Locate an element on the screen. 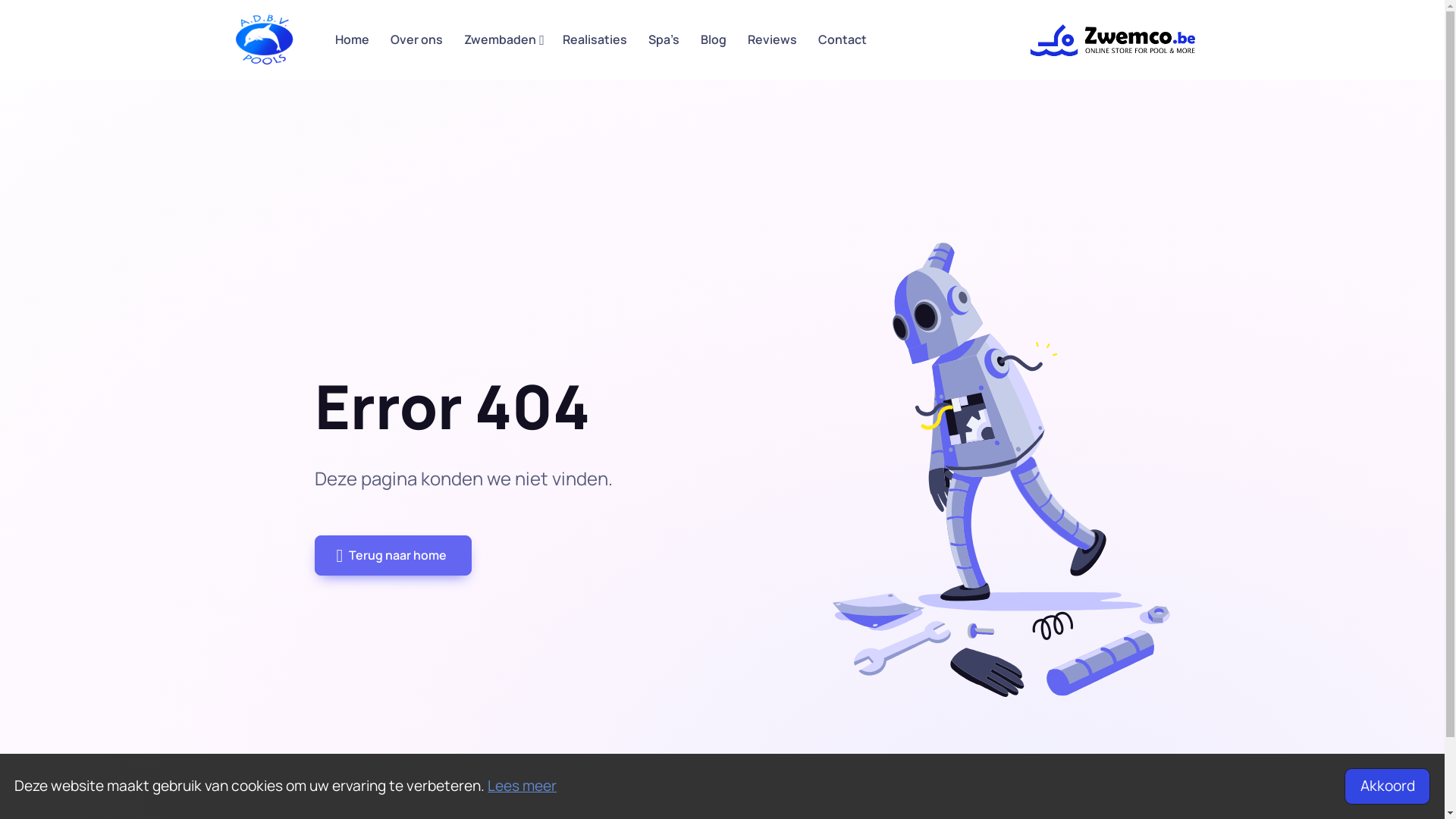 This screenshot has height=819, width=1456. 'Over ons' is located at coordinates (416, 39).